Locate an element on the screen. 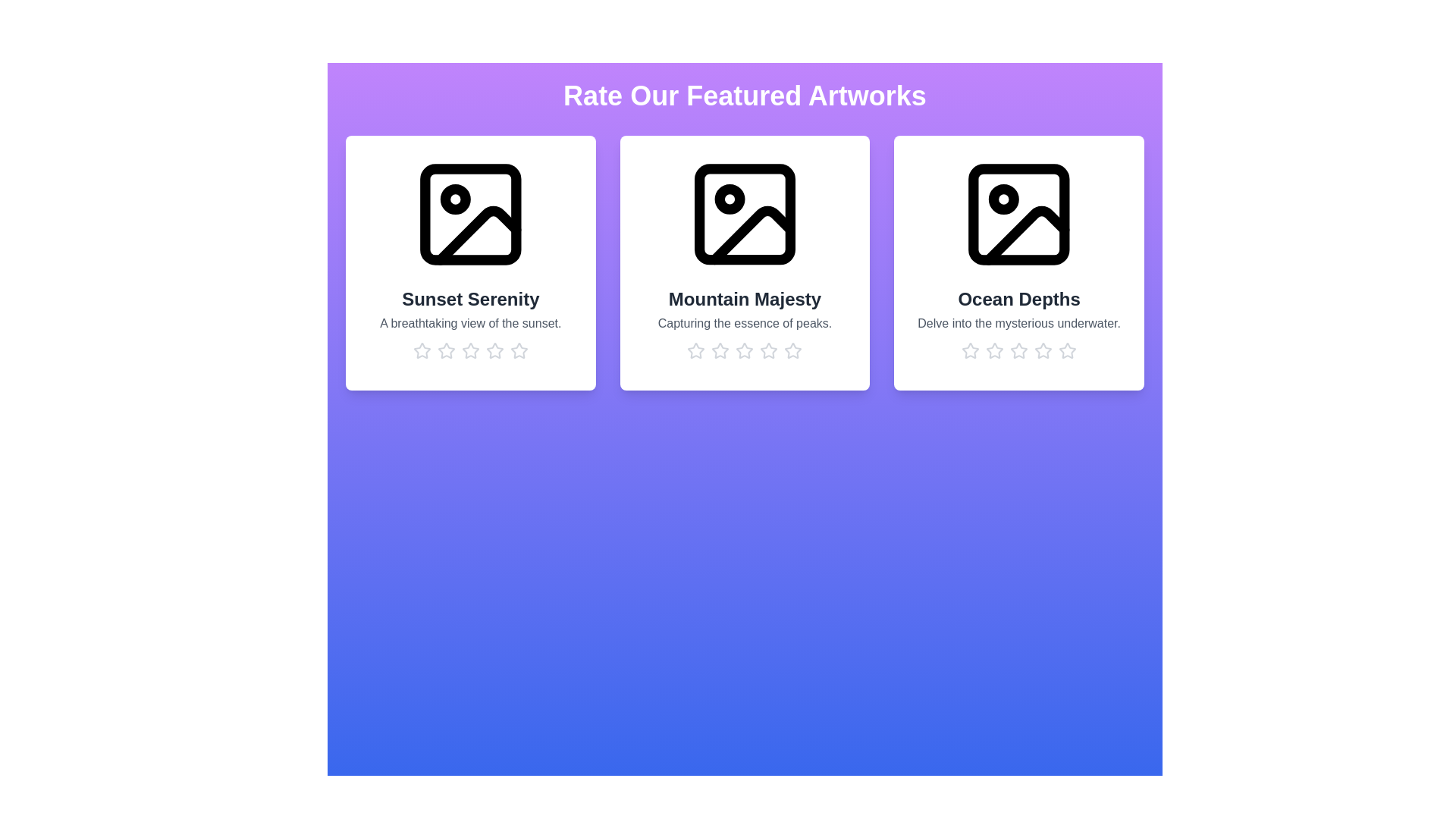 The width and height of the screenshot is (1456, 819). the image placeholder of the artwork to examine it is located at coordinates (469, 214).